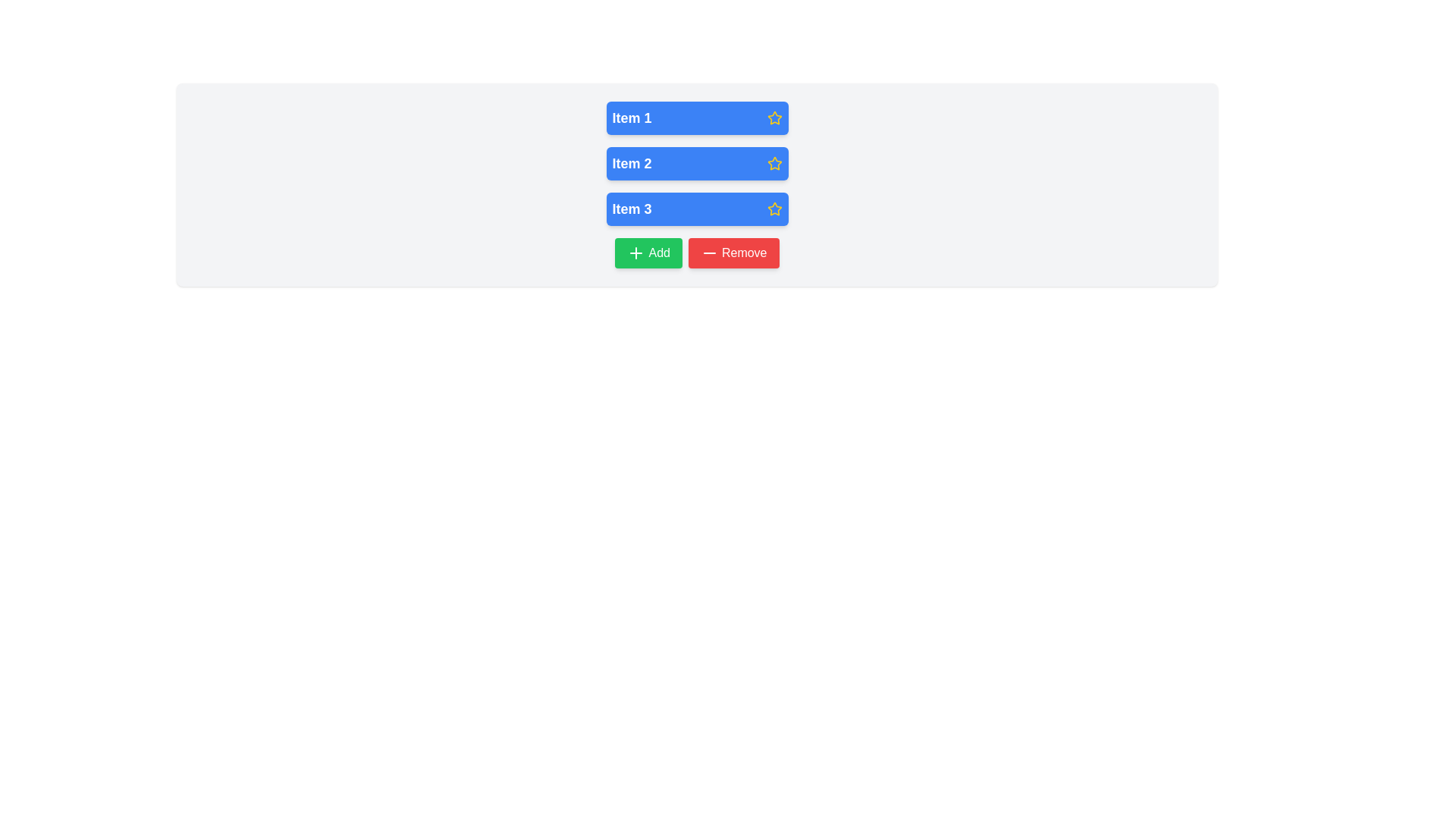 Image resolution: width=1456 pixels, height=819 pixels. I want to click on the icon located in the top-right corner of the 'Item 2' button, so click(774, 163).